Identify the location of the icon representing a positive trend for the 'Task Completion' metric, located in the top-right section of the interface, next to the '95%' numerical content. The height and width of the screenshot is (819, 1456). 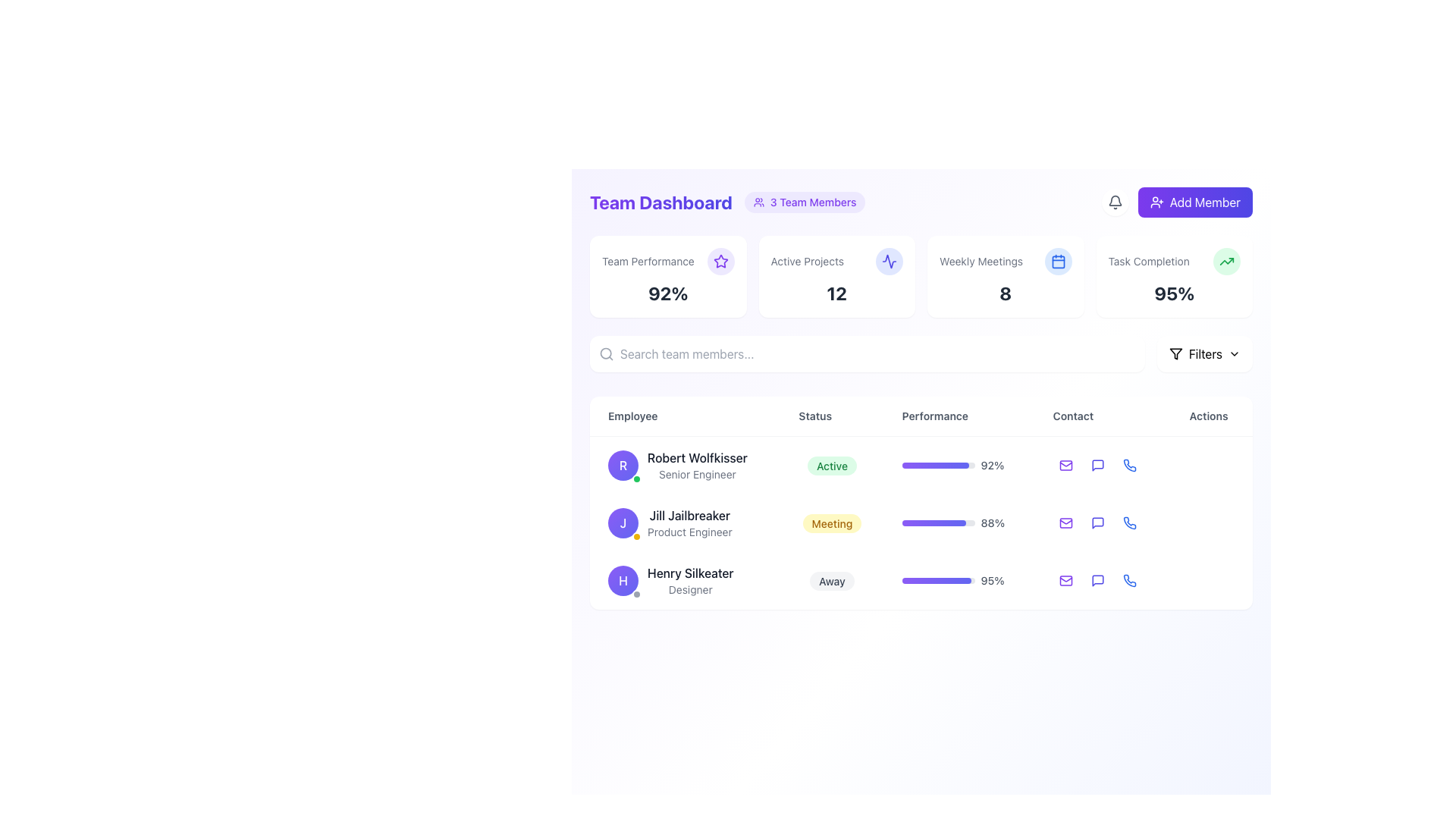
(1226, 260).